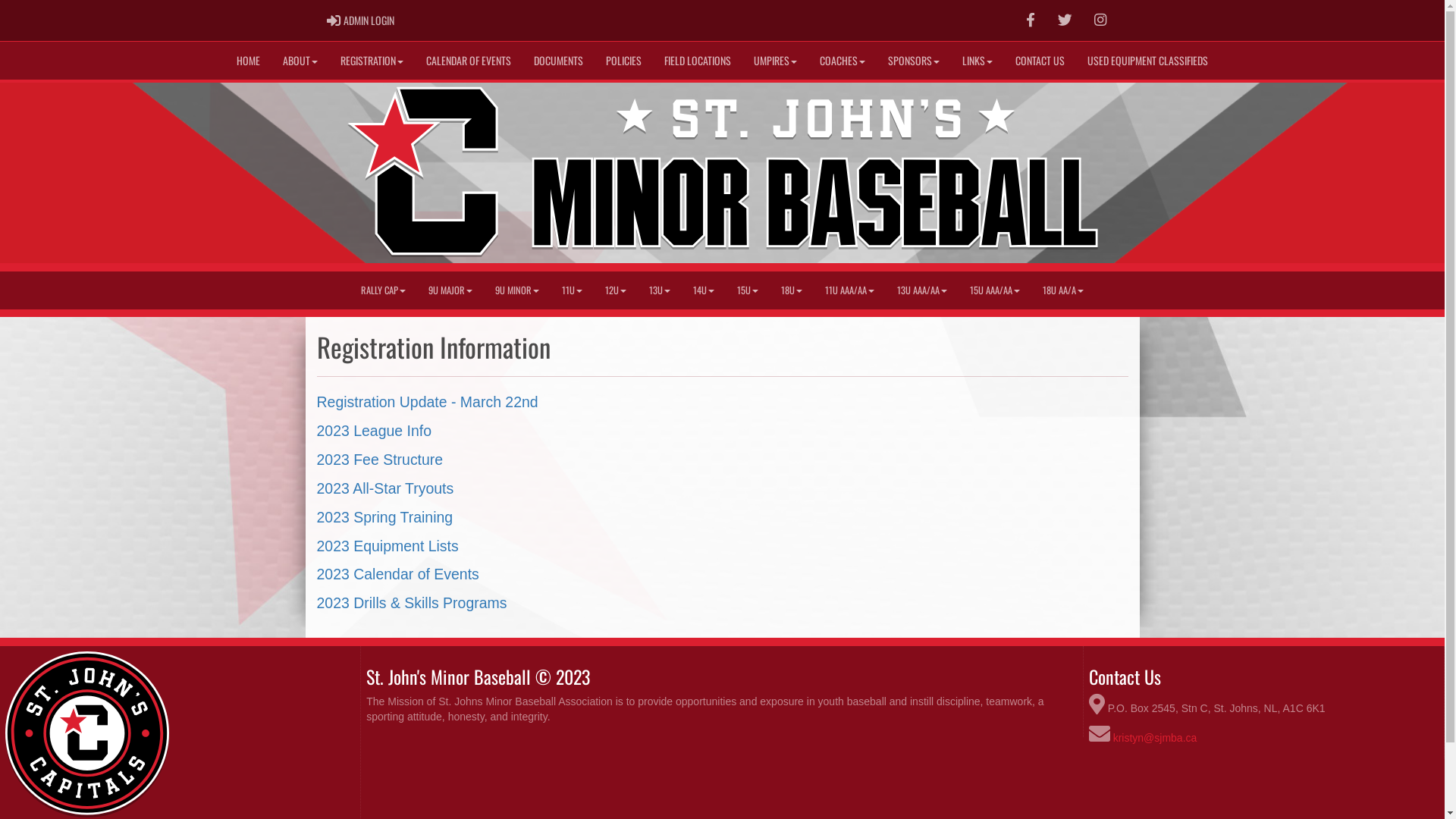  I want to click on 'RALLY CAP', so click(383, 290).